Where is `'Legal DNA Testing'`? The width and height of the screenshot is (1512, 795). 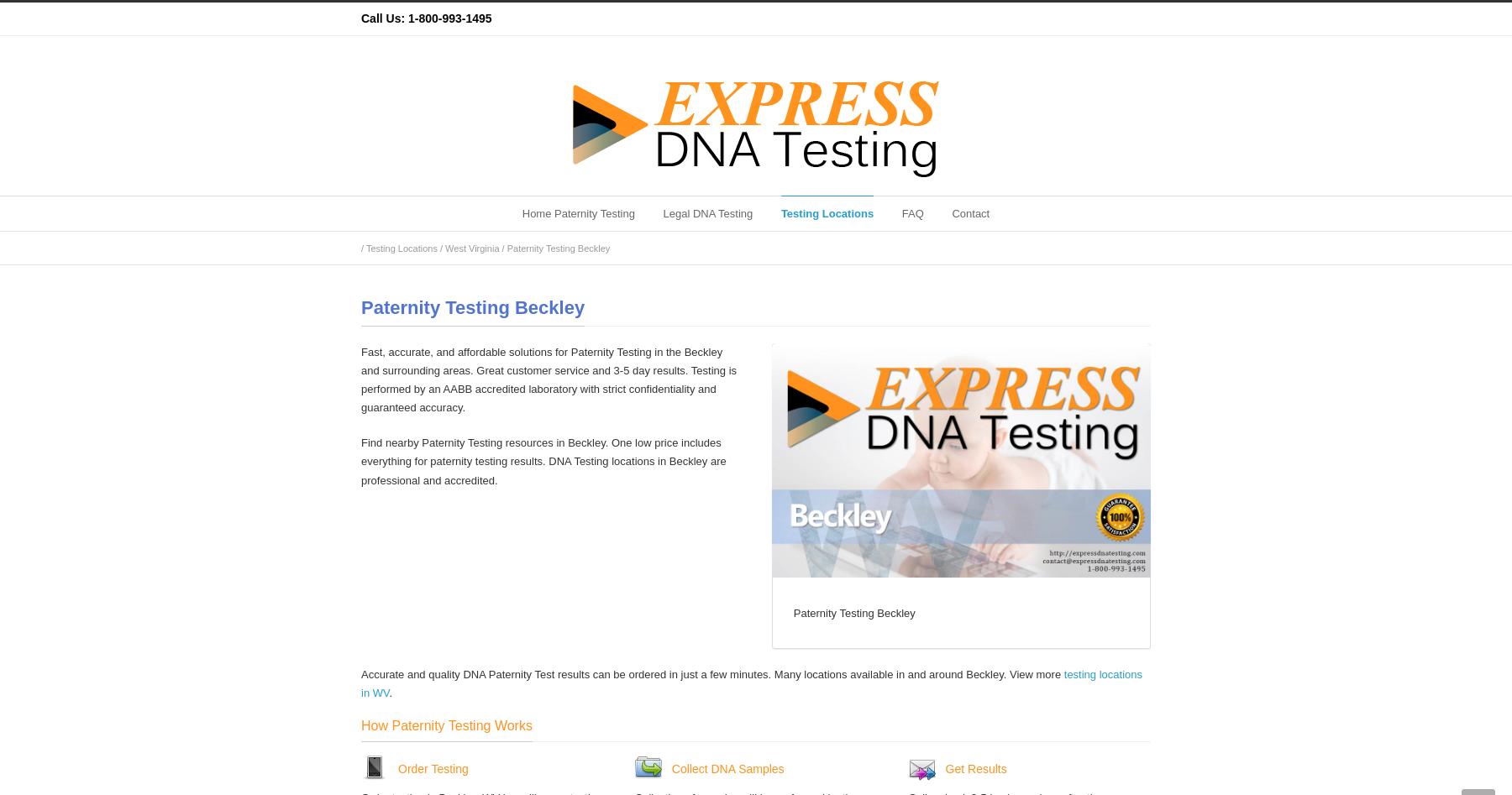 'Legal DNA Testing' is located at coordinates (707, 213).